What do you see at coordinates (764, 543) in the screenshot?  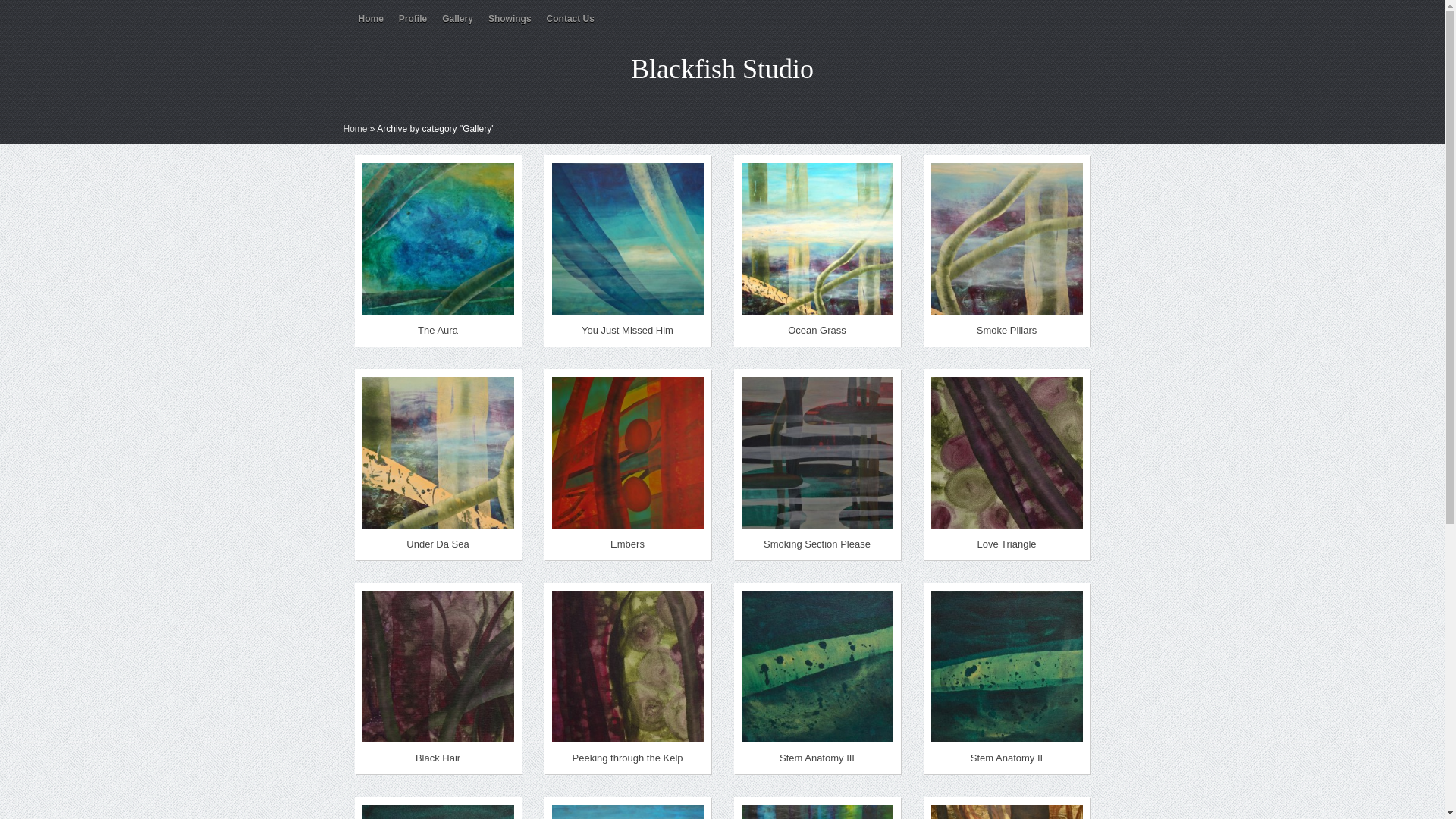 I see `'Smoking Section Please'` at bounding box center [764, 543].